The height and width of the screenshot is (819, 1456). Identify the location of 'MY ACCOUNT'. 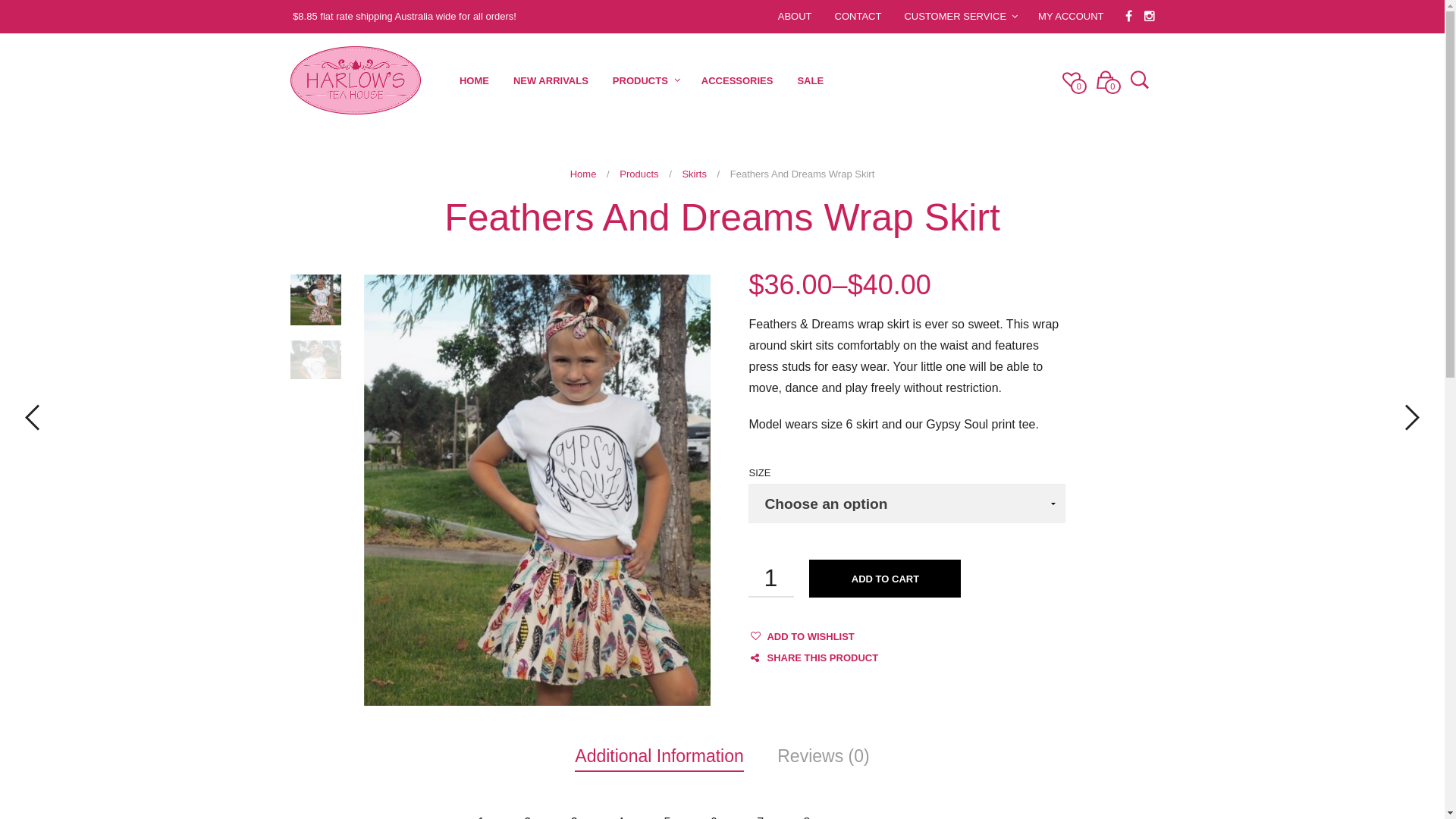
(1069, 16).